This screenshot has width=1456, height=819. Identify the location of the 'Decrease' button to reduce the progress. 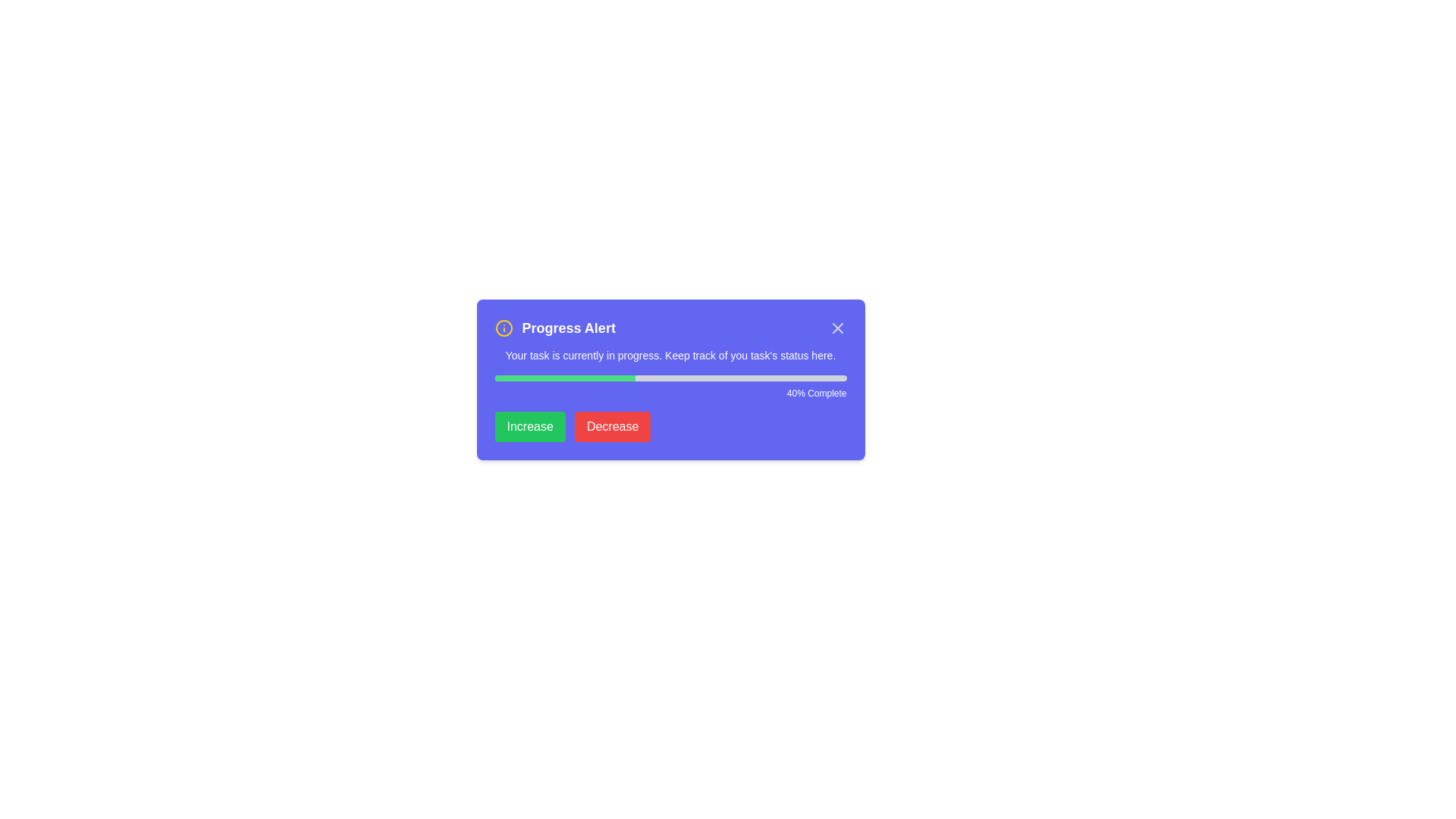
(612, 427).